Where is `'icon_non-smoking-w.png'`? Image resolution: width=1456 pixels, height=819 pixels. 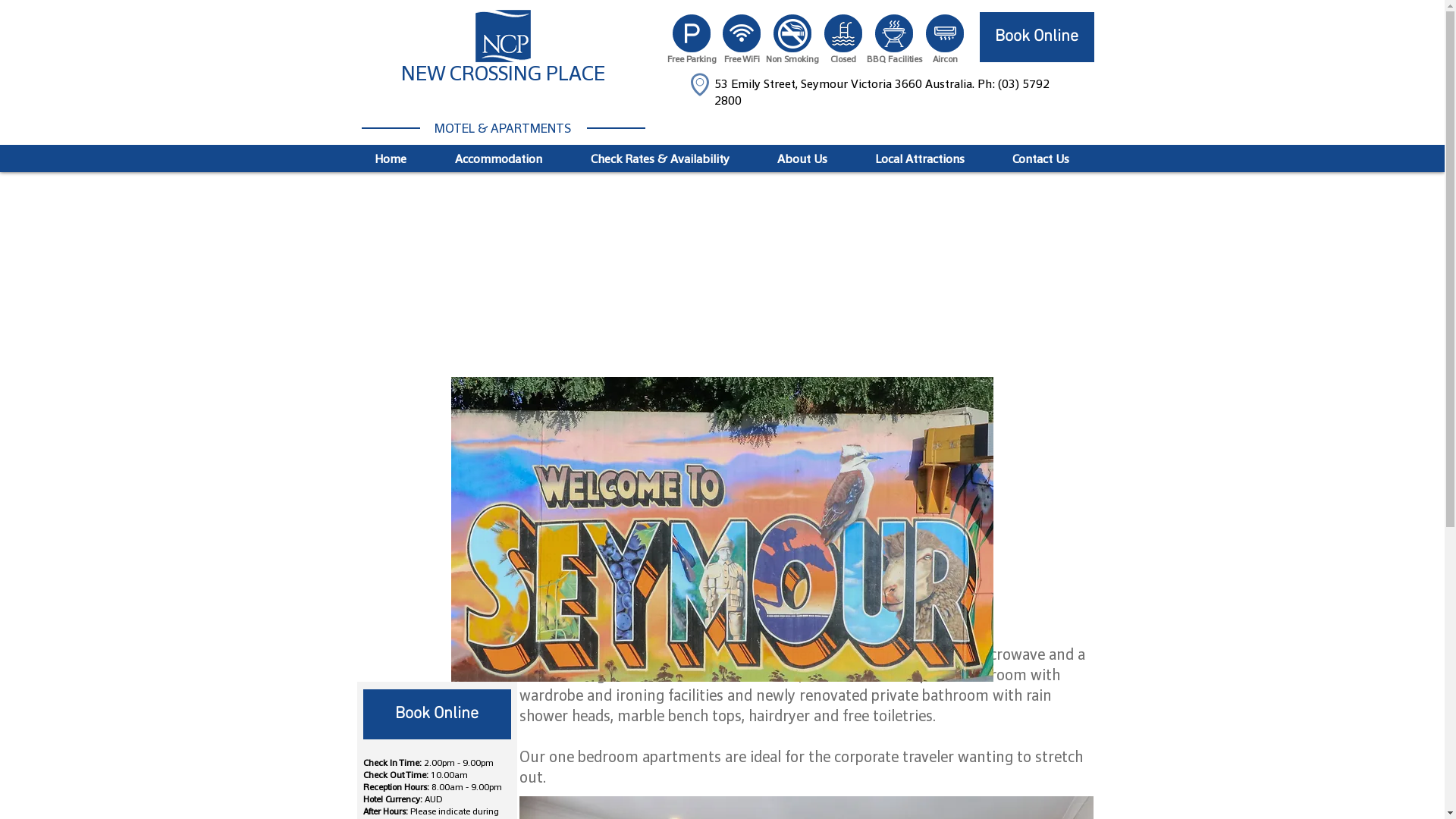 'icon_non-smoking-w.png' is located at coordinates (773, 33).